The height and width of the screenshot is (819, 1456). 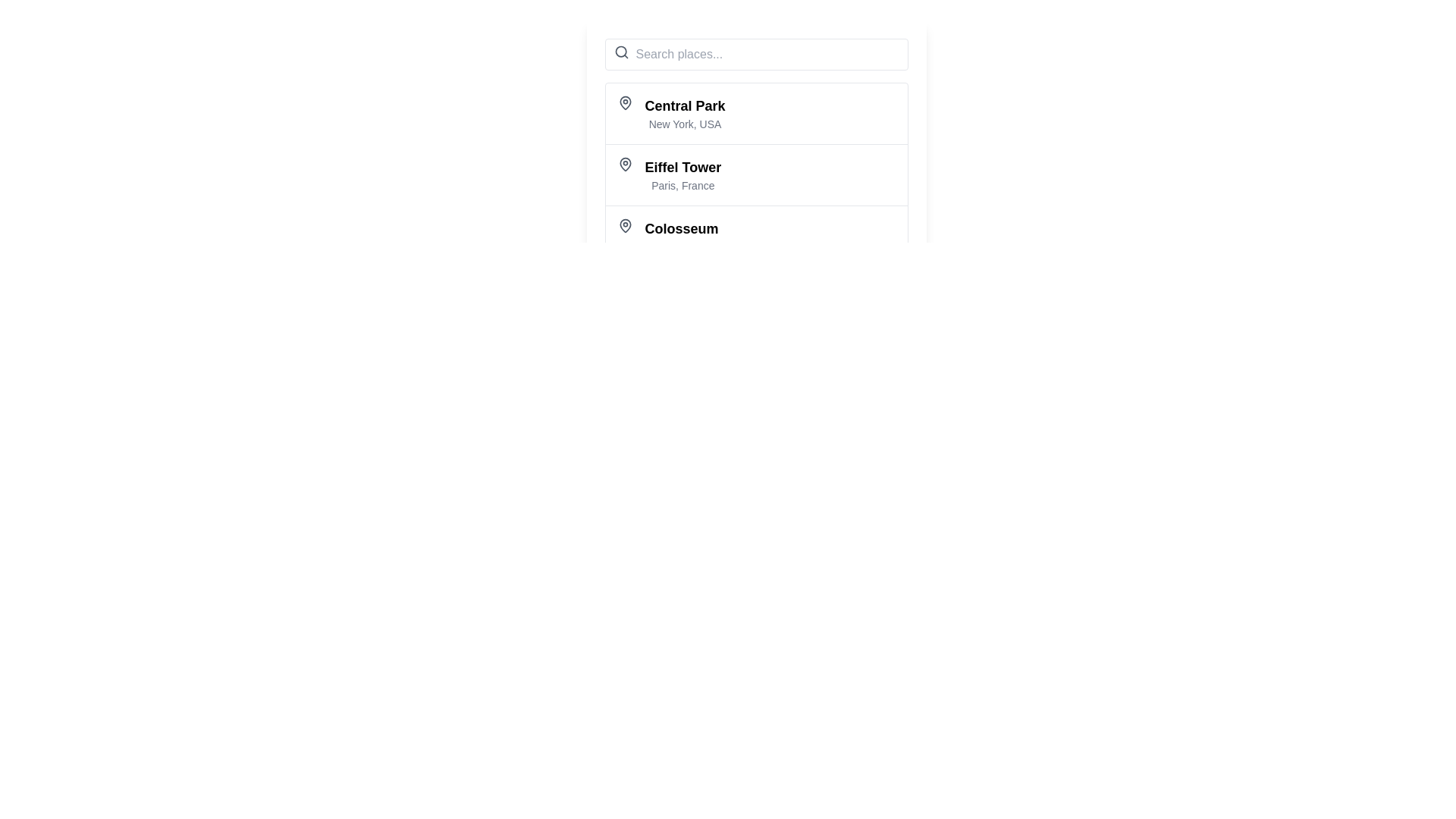 I want to click on the text label displaying 'Paris, France', which is styled in gray and positioned below the title 'Eiffel Tower', so click(x=682, y=185).